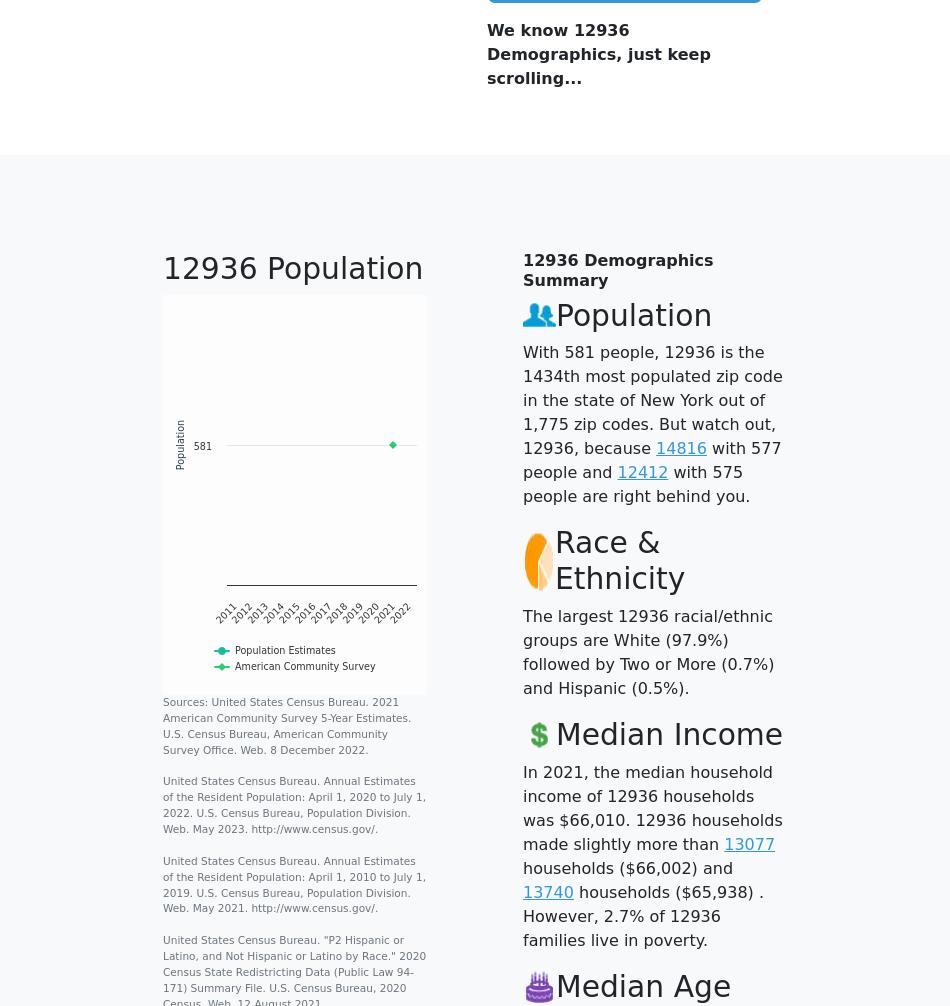 The height and width of the screenshot is (1006, 950). Describe the element at coordinates (636, 68) in the screenshot. I see `'it had lots of charts and graphs that my supervisor liked.'` at that location.